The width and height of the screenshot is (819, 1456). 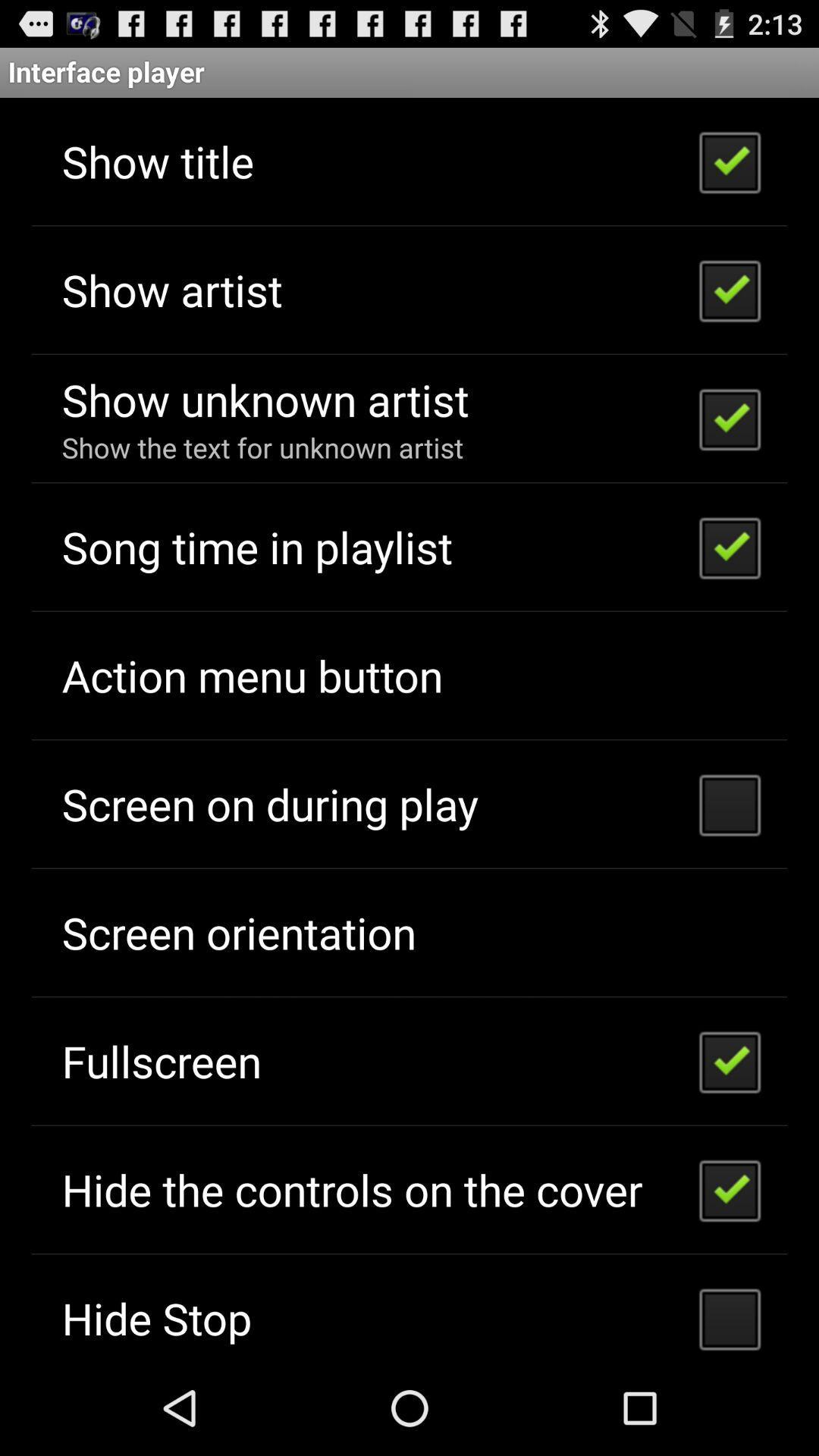 What do you see at coordinates (262, 447) in the screenshot?
I see `show the text app` at bounding box center [262, 447].